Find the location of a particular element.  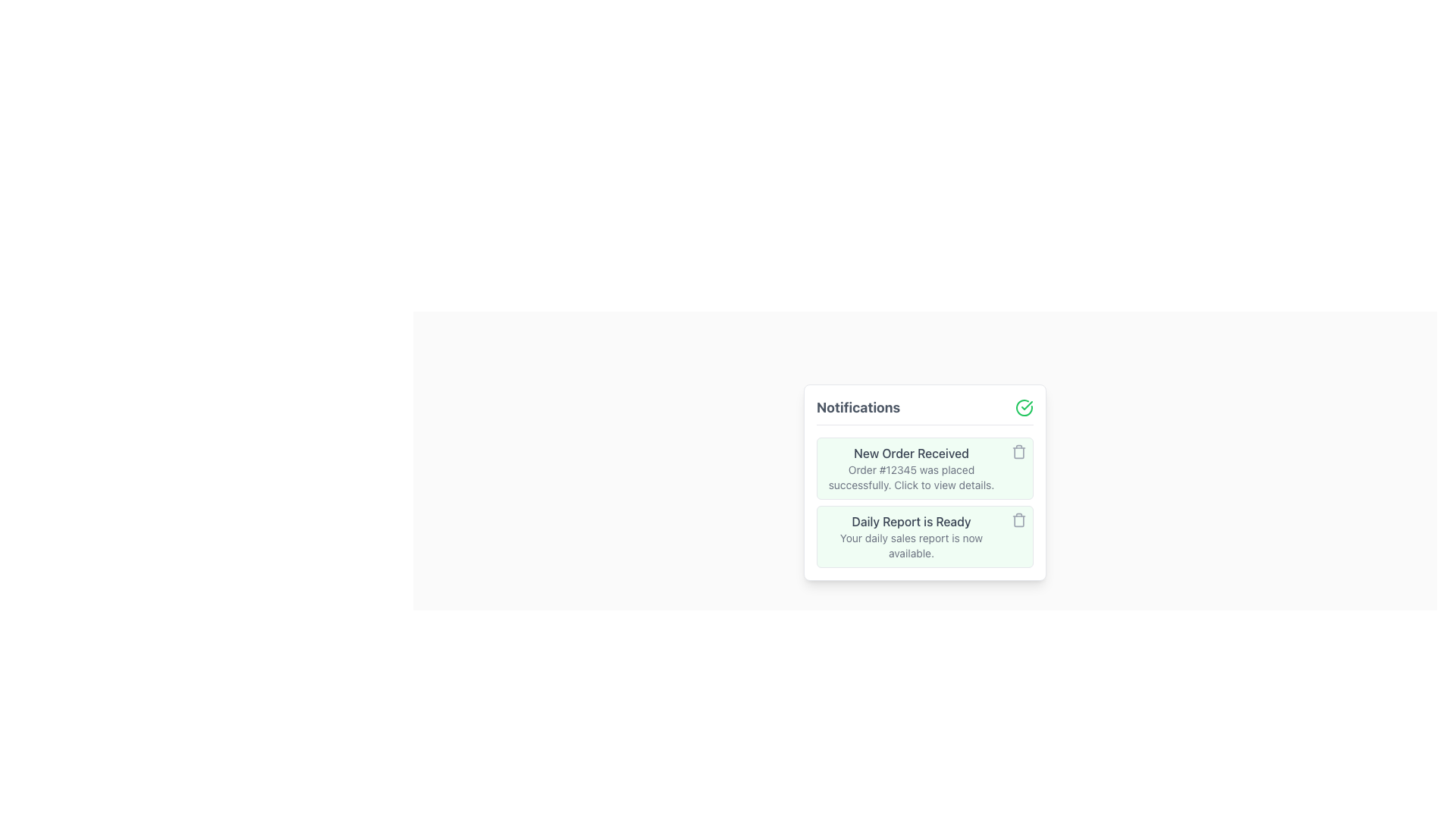

the trash bin icon button located in the top notification card on the far right is located at coordinates (1019, 451).